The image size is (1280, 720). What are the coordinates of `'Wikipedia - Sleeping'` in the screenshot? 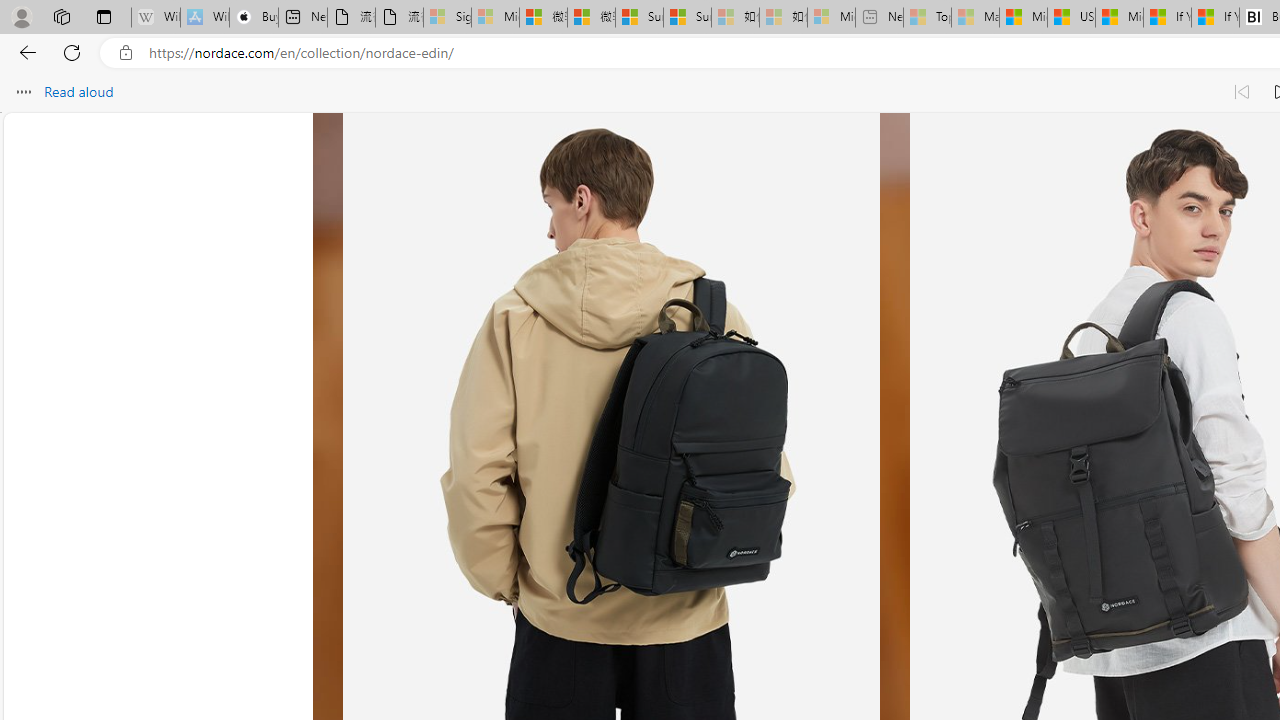 It's located at (155, 17).